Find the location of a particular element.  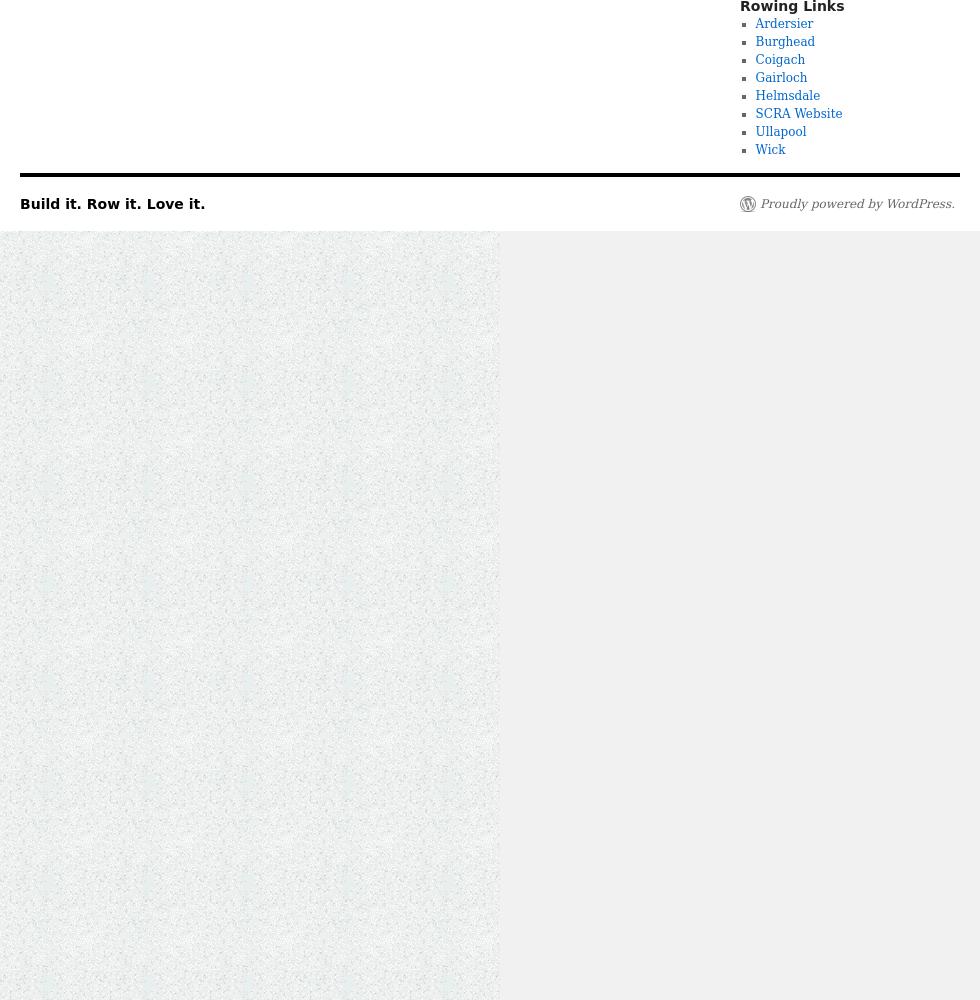

'Build it. Row it. Love it.' is located at coordinates (112, 203).